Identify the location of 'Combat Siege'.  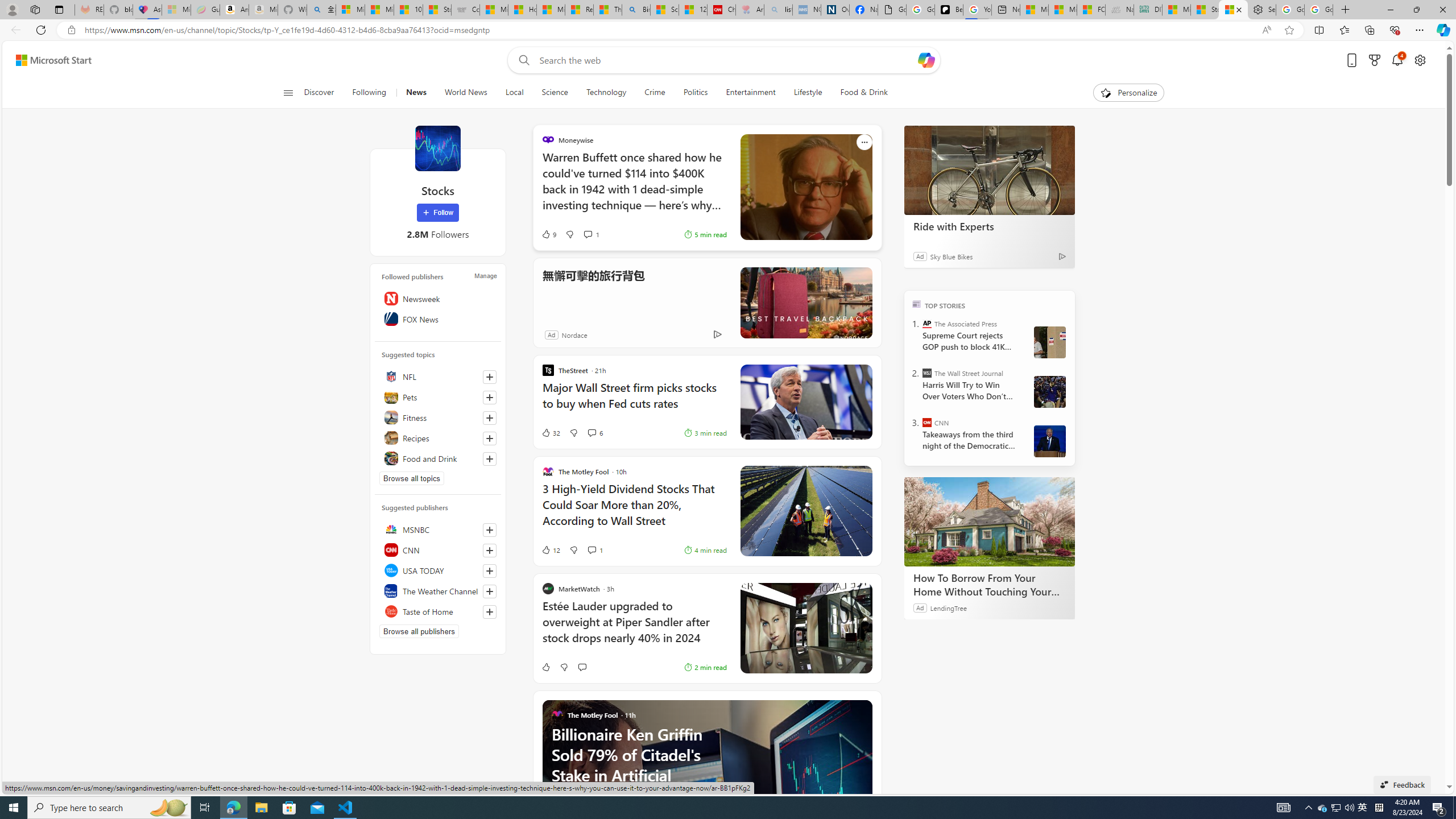
(466, 9).